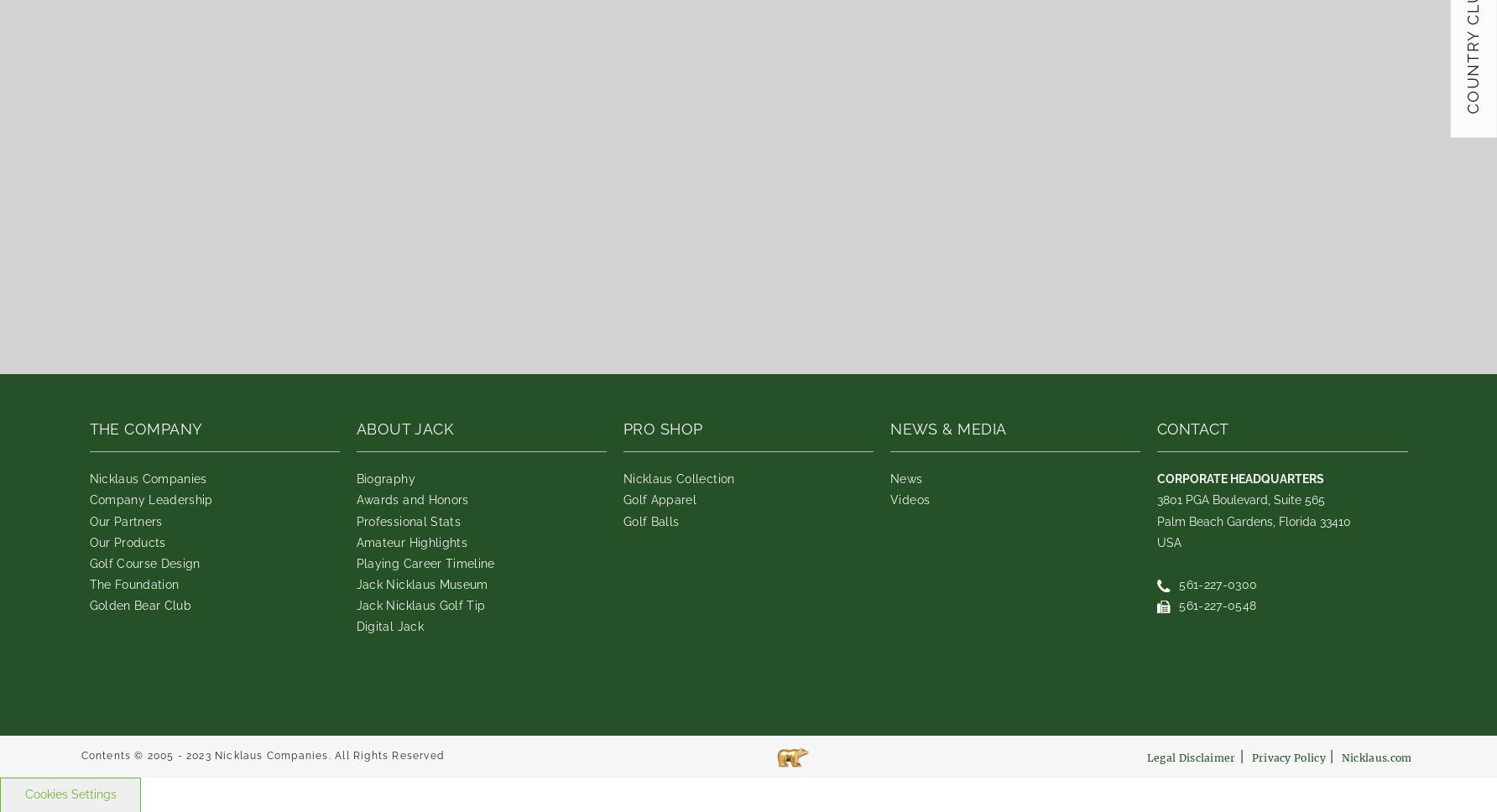 The image size is (1497, 812). What do you see at coordinates (1253, 519) in the screenshot?
I see `'Palm Beach Gardens, Florida 33410'` at bounding box center [1253, 519].